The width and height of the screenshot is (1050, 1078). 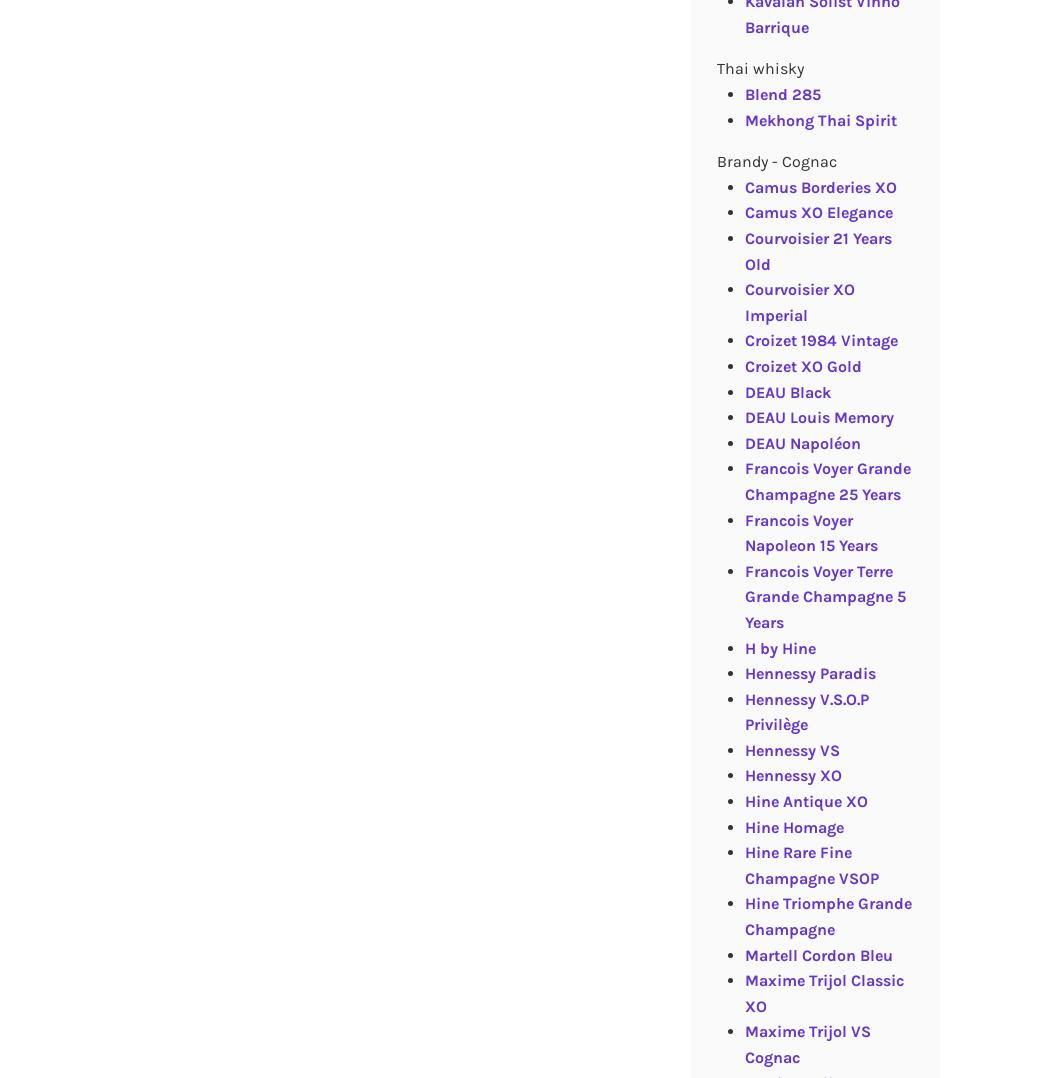 I want to click on 'Hennessy VS', so click(x=743, y=749).